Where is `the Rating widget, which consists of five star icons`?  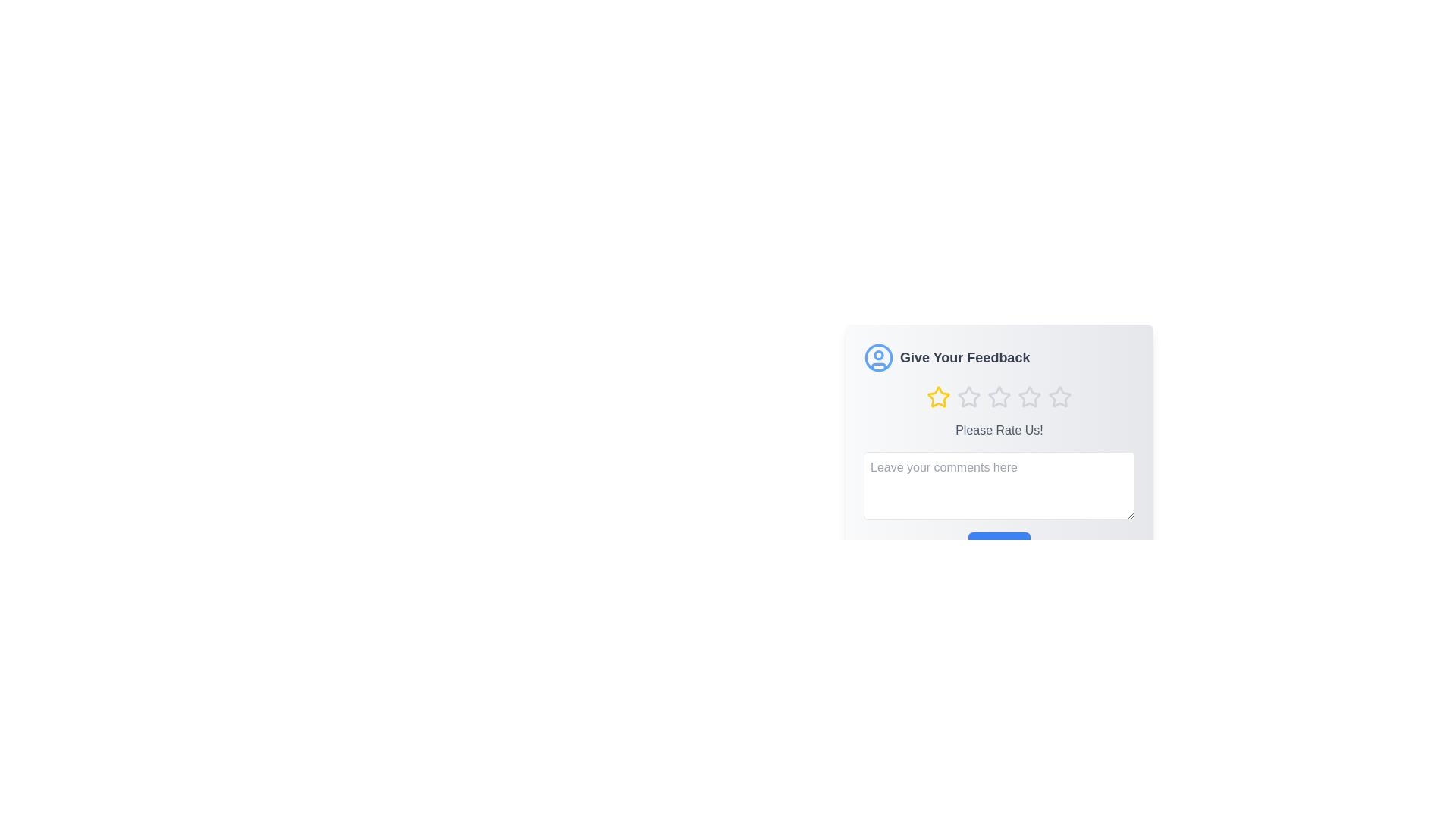
the Rating widget, which consists of five star icons is located at coordinates (999, 397).